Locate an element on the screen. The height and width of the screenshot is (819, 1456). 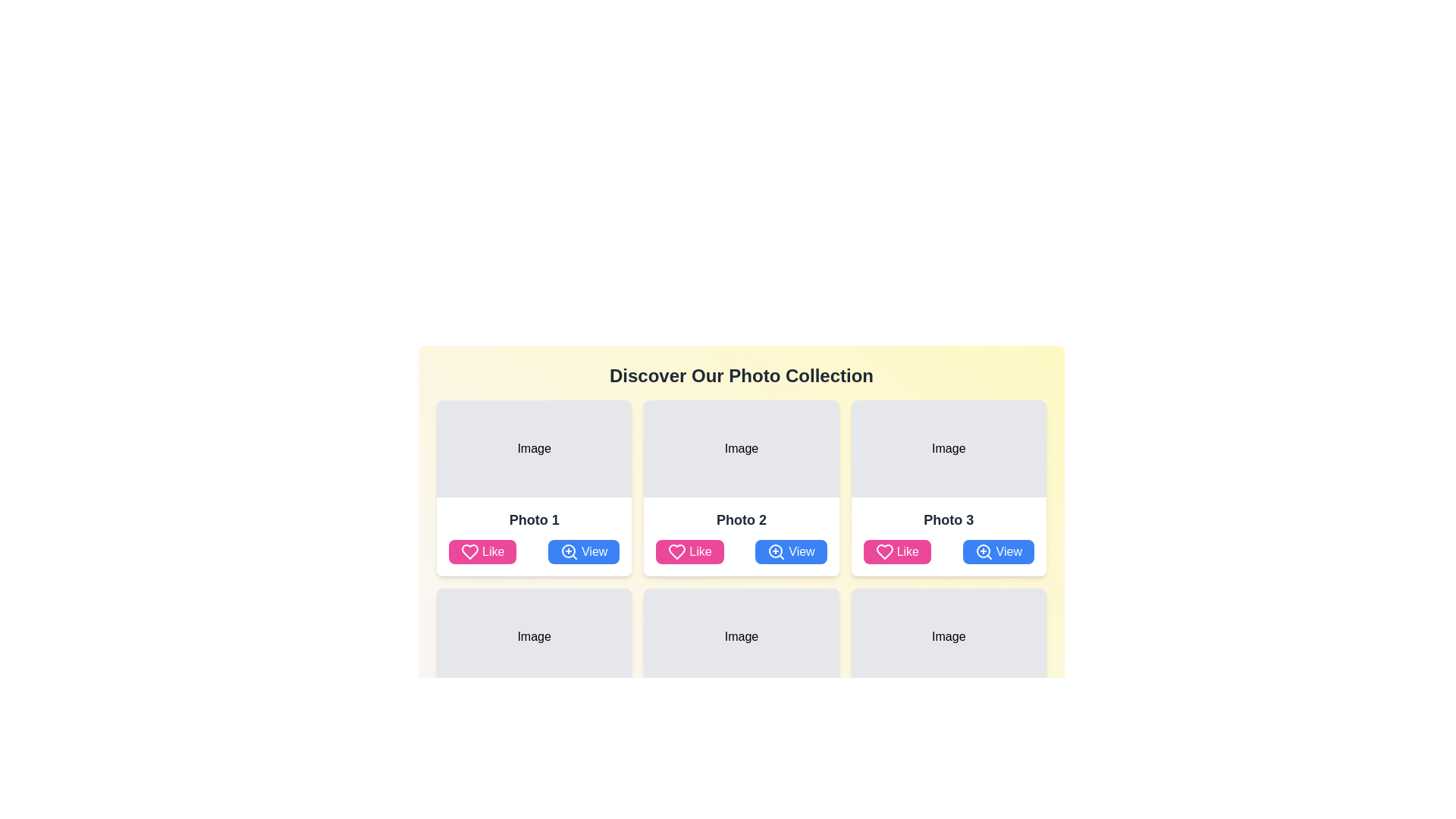
the Static Text Label indicating the name or title of the corresponding photo, located in the first card of the grid, below the image and above the Like and View buttons is located at coordinates (534, 519).